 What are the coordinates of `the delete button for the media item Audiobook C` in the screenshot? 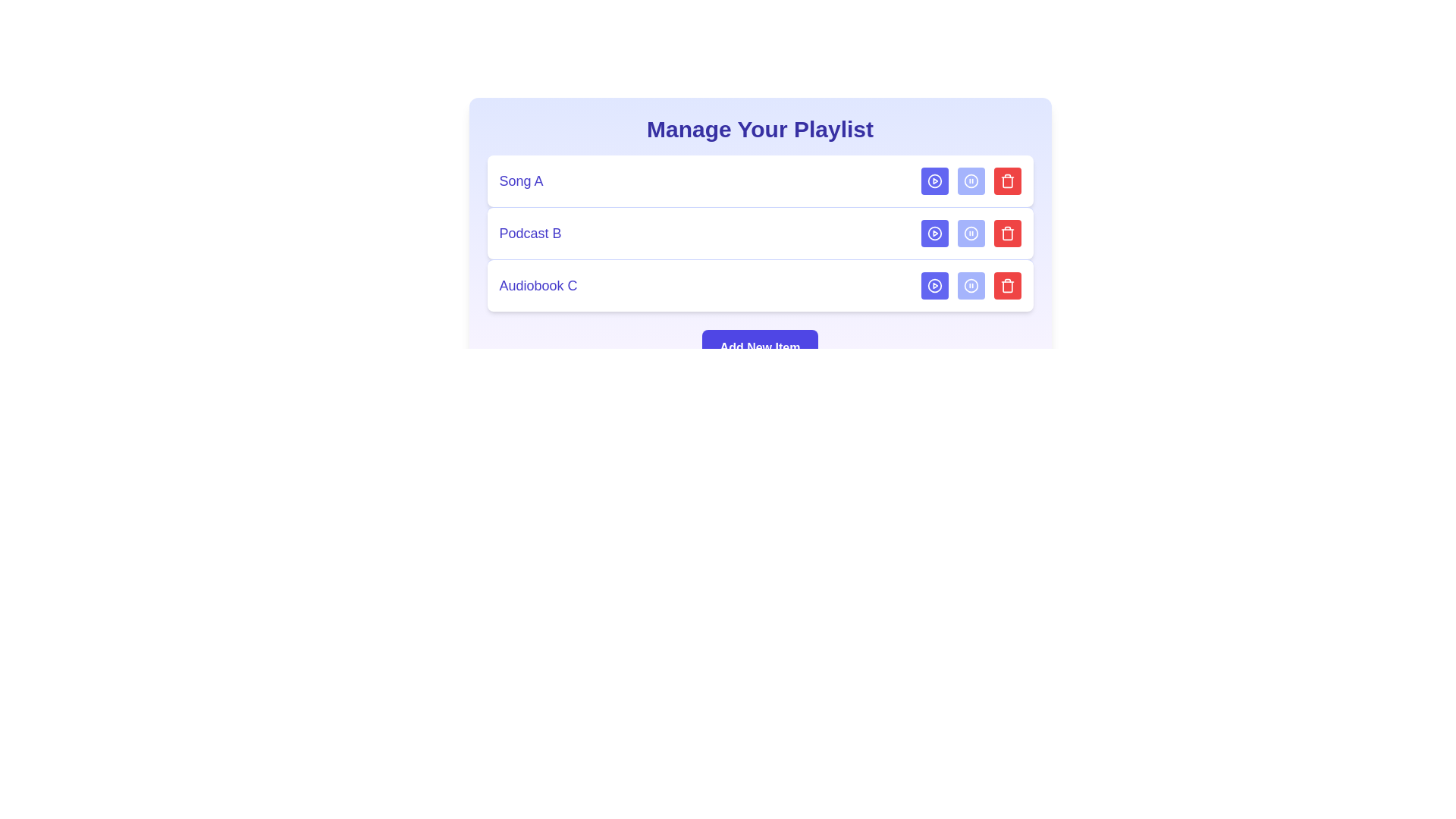 It's located at (1007, 286).